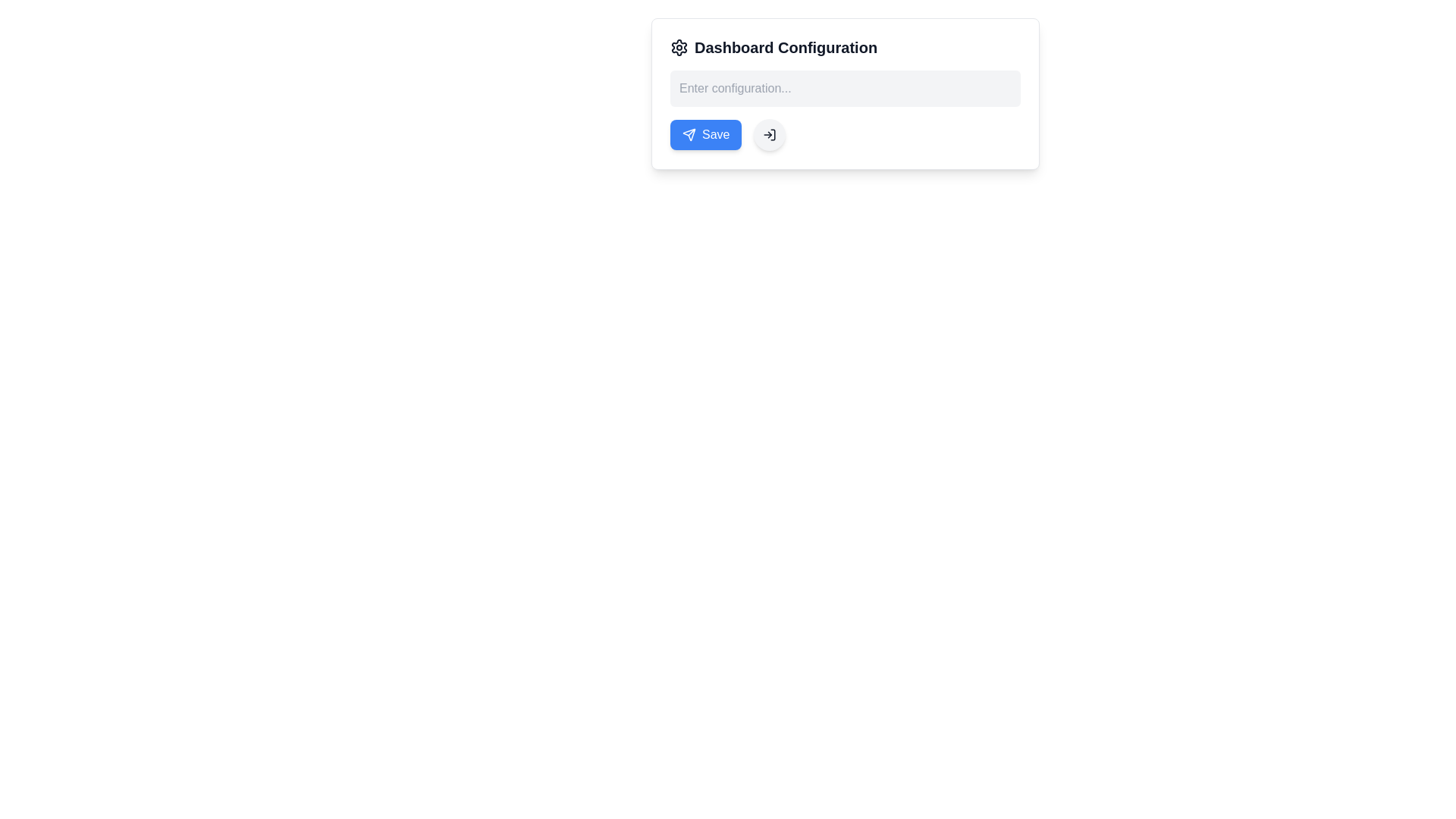 Image resolution: width=1456 pixels, height=819 pixels. Describe the element at coordinates (770, 133) in the screenshot. I see `the right-pointing arrow icon encircled by a rectangular frame, located under the 'Dashboard Configuration' header` at that location.